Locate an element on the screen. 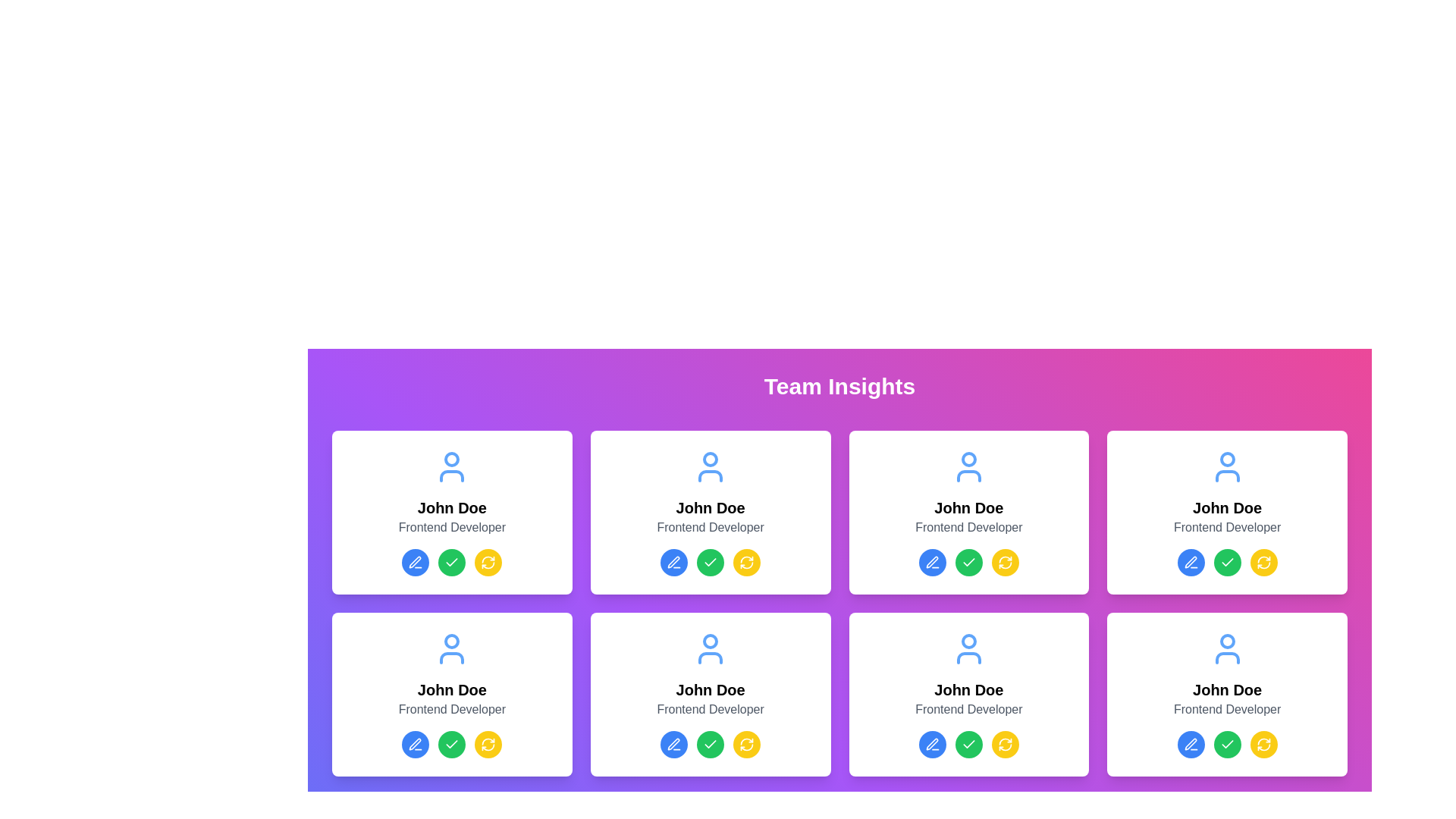 The width and height of the screenshot is (1456, 819). the edit button with a pen icon located in the top-left corner of the first user profile card in the second row, below the purple banner labeled 'Team Insights' to initiate an edit action is located at coordinates (673, 562).